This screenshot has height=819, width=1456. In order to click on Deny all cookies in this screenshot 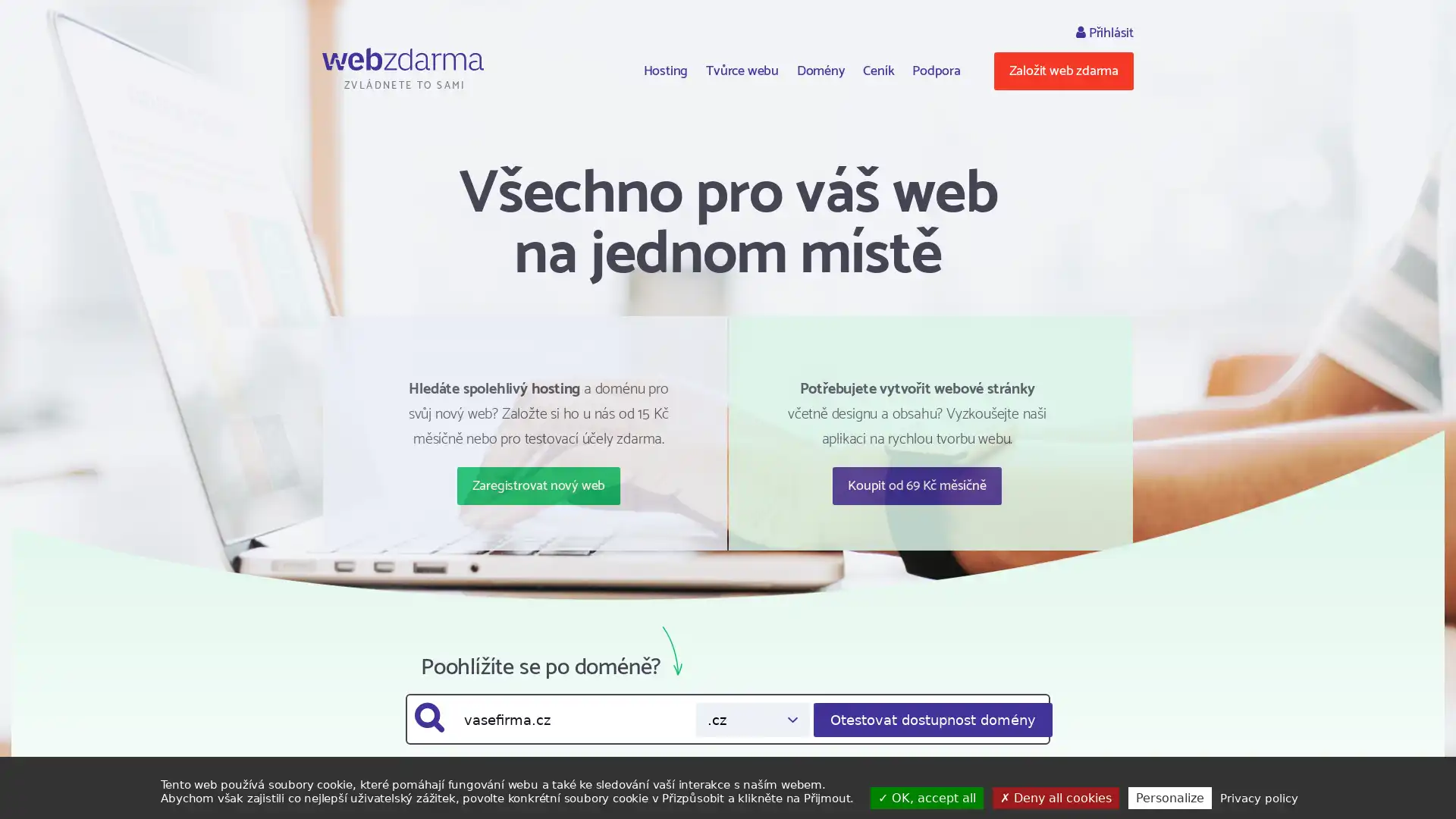, I will do `click(1054, 797)`.